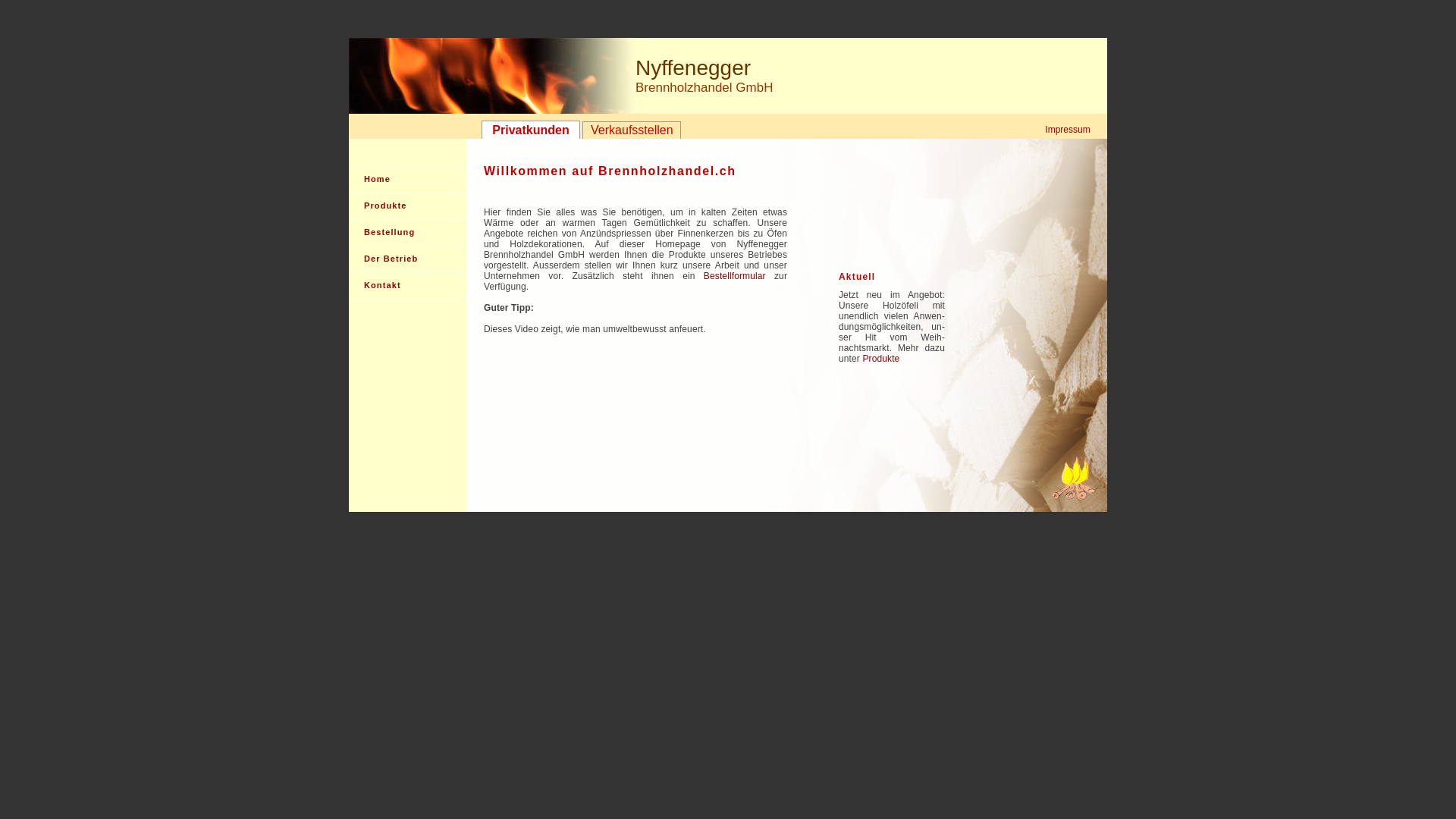  Describe the element at coordinates (480, 128) in the screenshot. I see `'Privatkunden'` at that location.